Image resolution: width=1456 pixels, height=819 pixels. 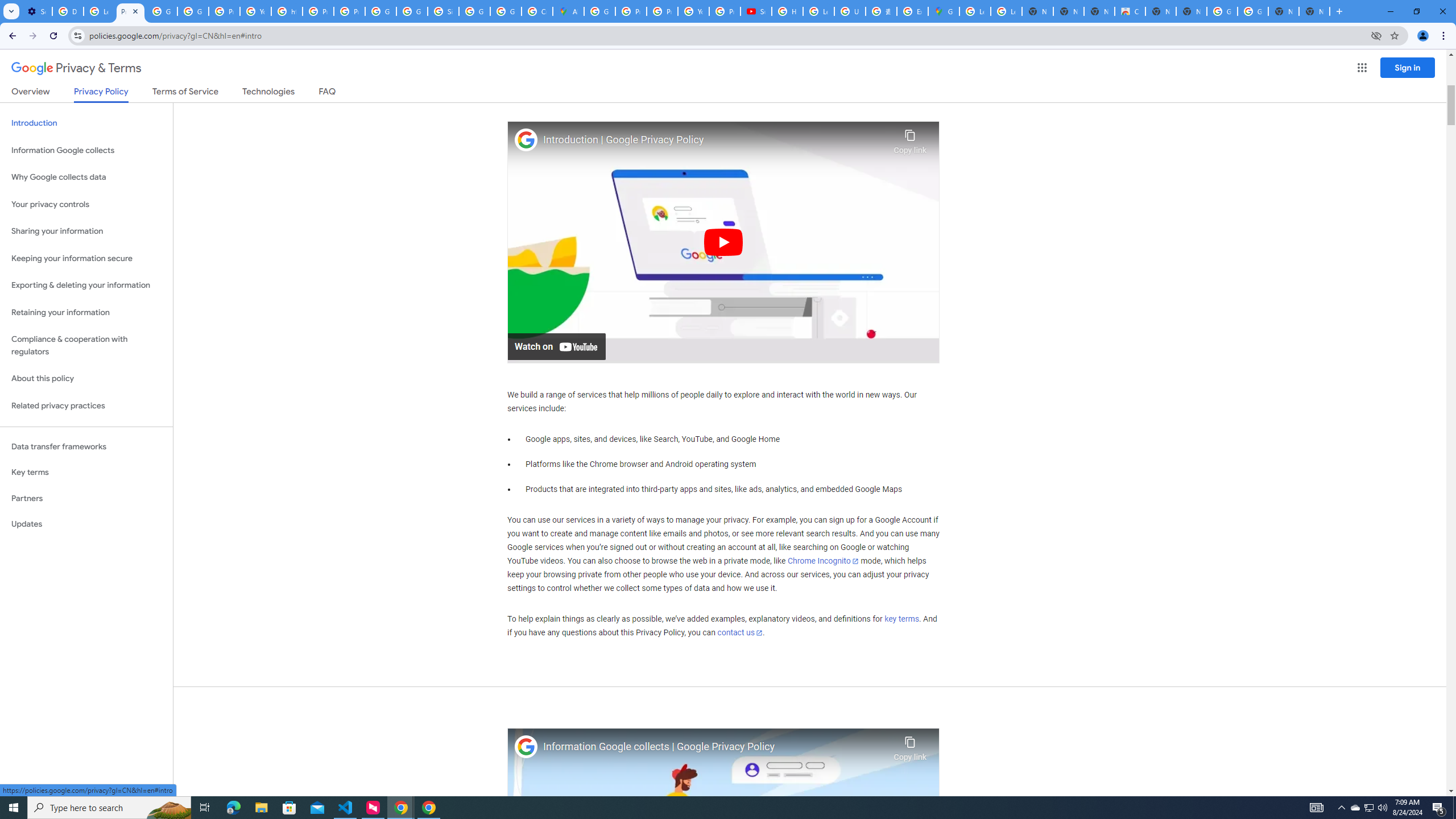 I want to click on 'Google Images', so click(x=1222, y=11).